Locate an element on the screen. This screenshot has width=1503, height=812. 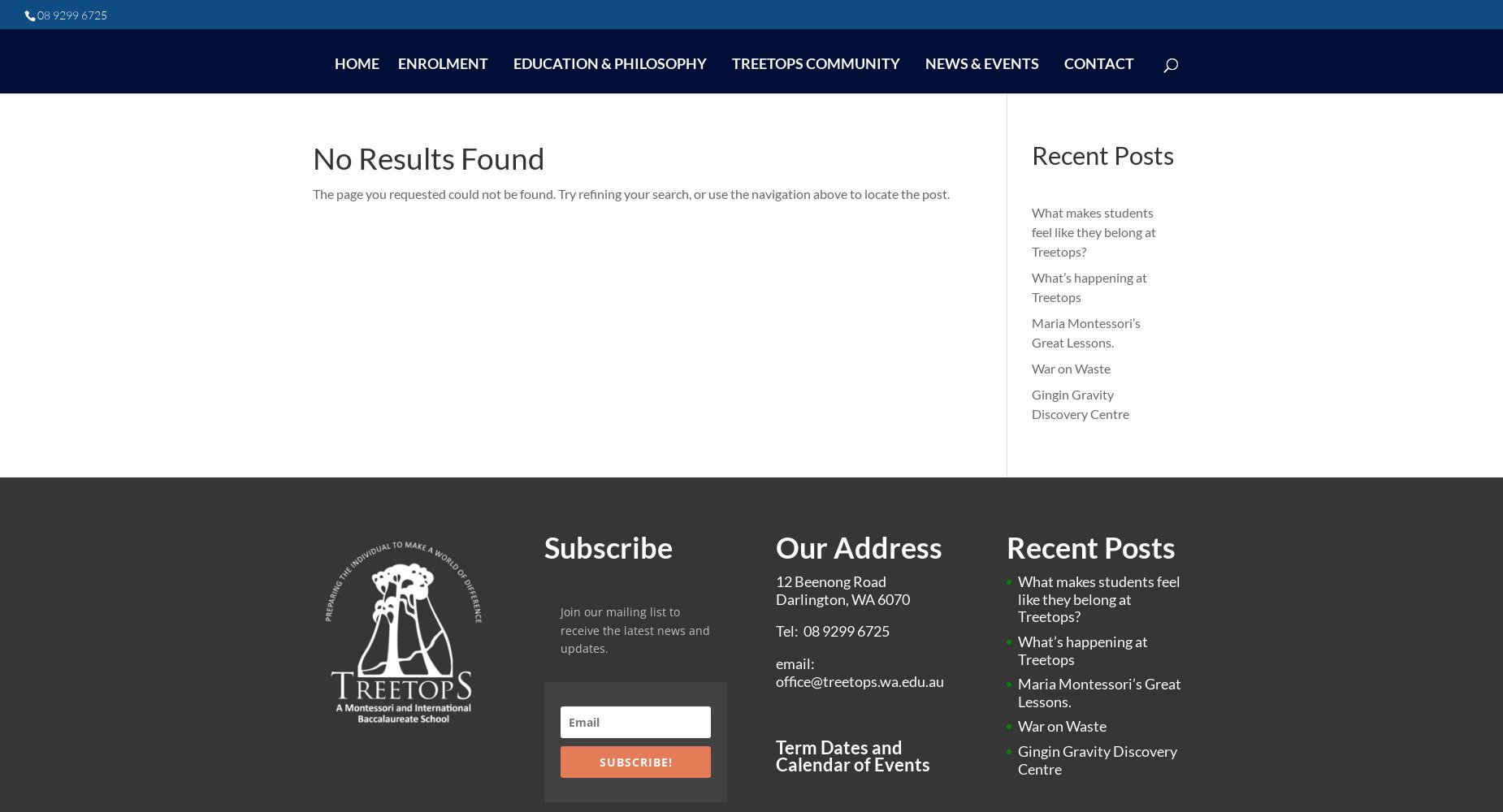
'NEWS & EVENTS' is located at coordinates (981, 63).